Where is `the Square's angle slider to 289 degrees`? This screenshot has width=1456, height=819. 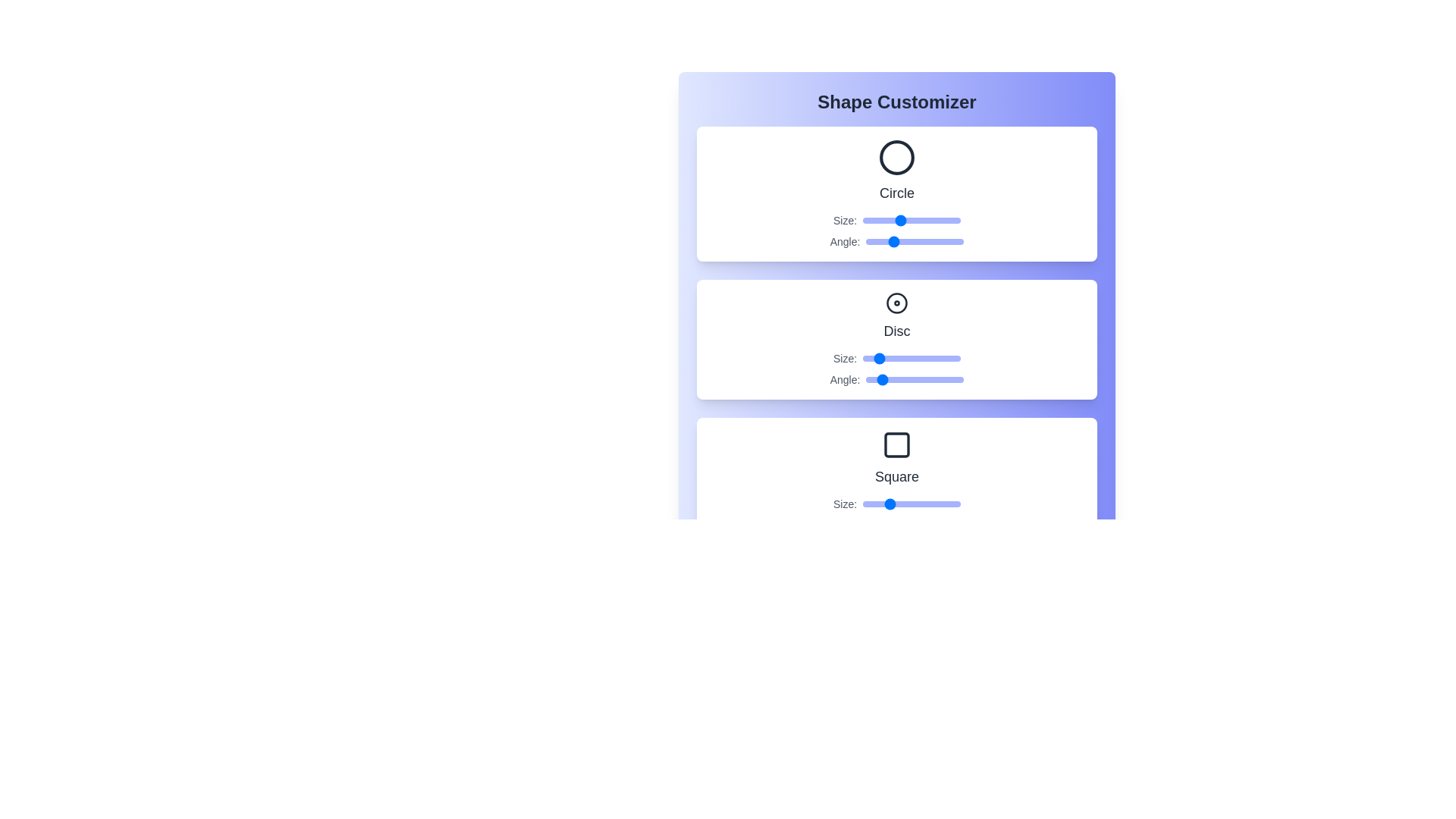
the Square's angle slider to 289 degrees is located at coordinates (943, 525).